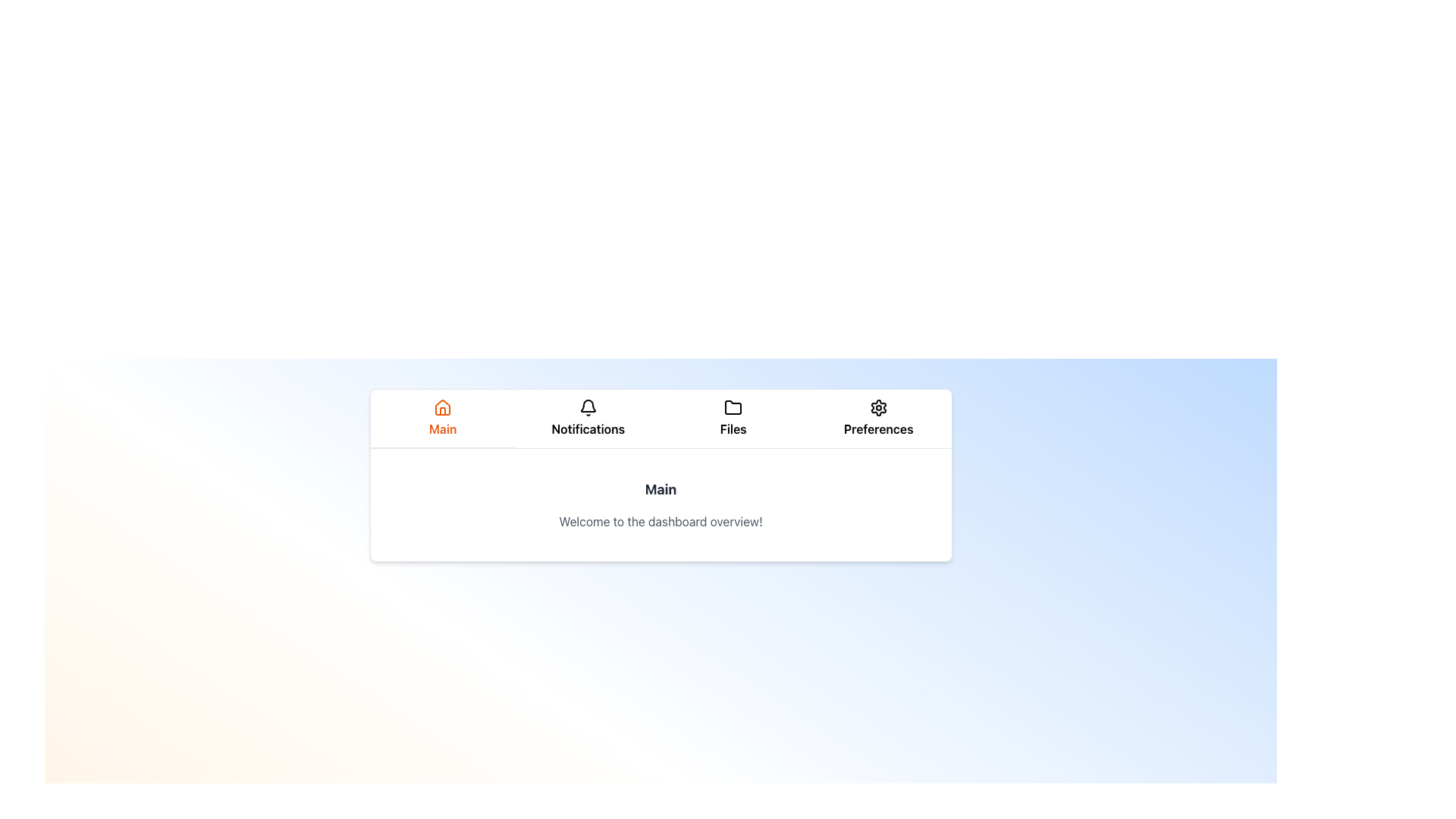 This screenshot has width=1456, height=819. I want to click on the 'Files' icon in the navigation bar, so click(733, 406).